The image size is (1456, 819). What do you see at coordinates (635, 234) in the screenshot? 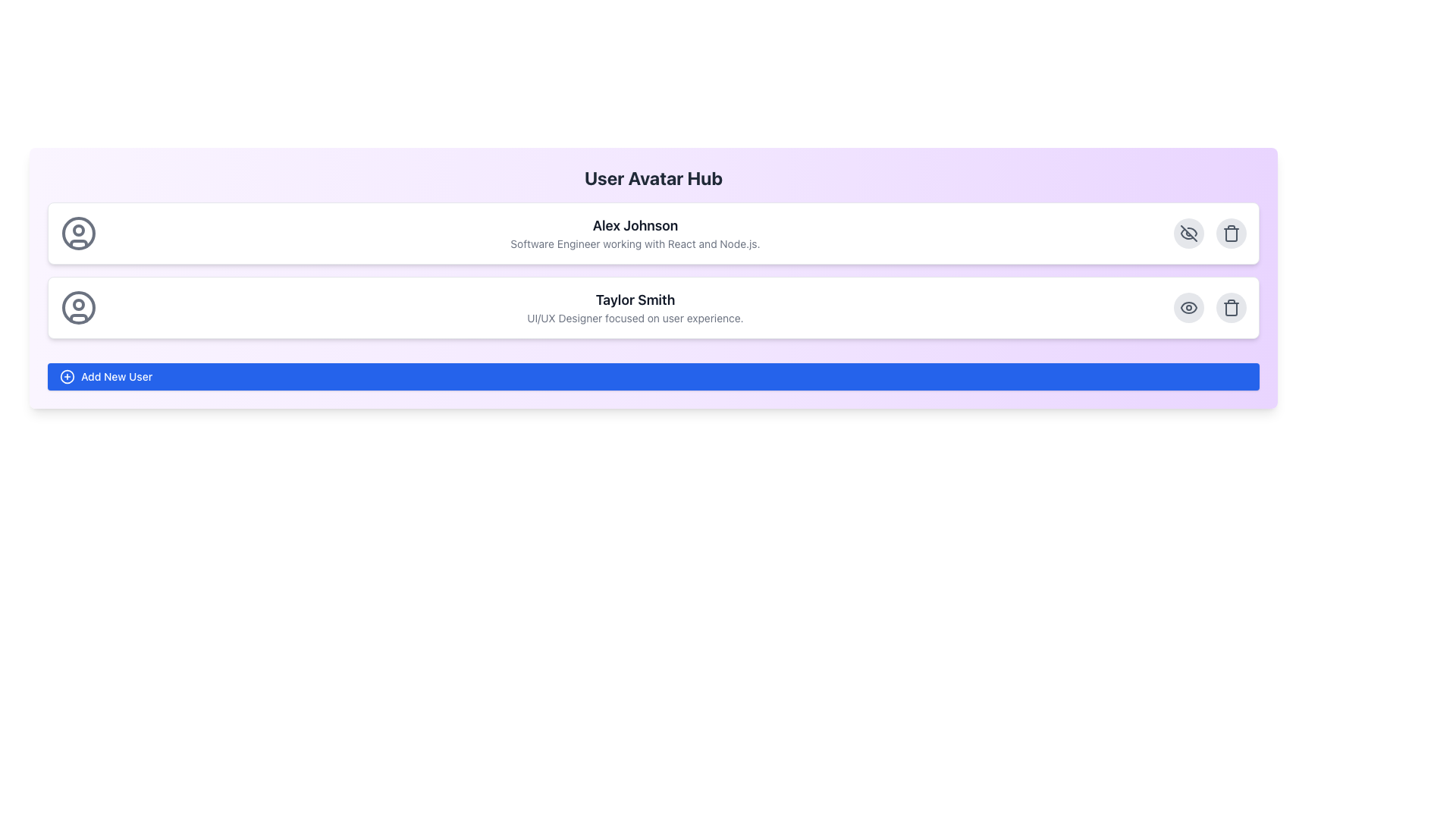
I see `the informational header text block displaying user identity and role details in the profile card, located to the right of the user icon and below 'User Avatar Hub.'` at bounding box center [635, 234].